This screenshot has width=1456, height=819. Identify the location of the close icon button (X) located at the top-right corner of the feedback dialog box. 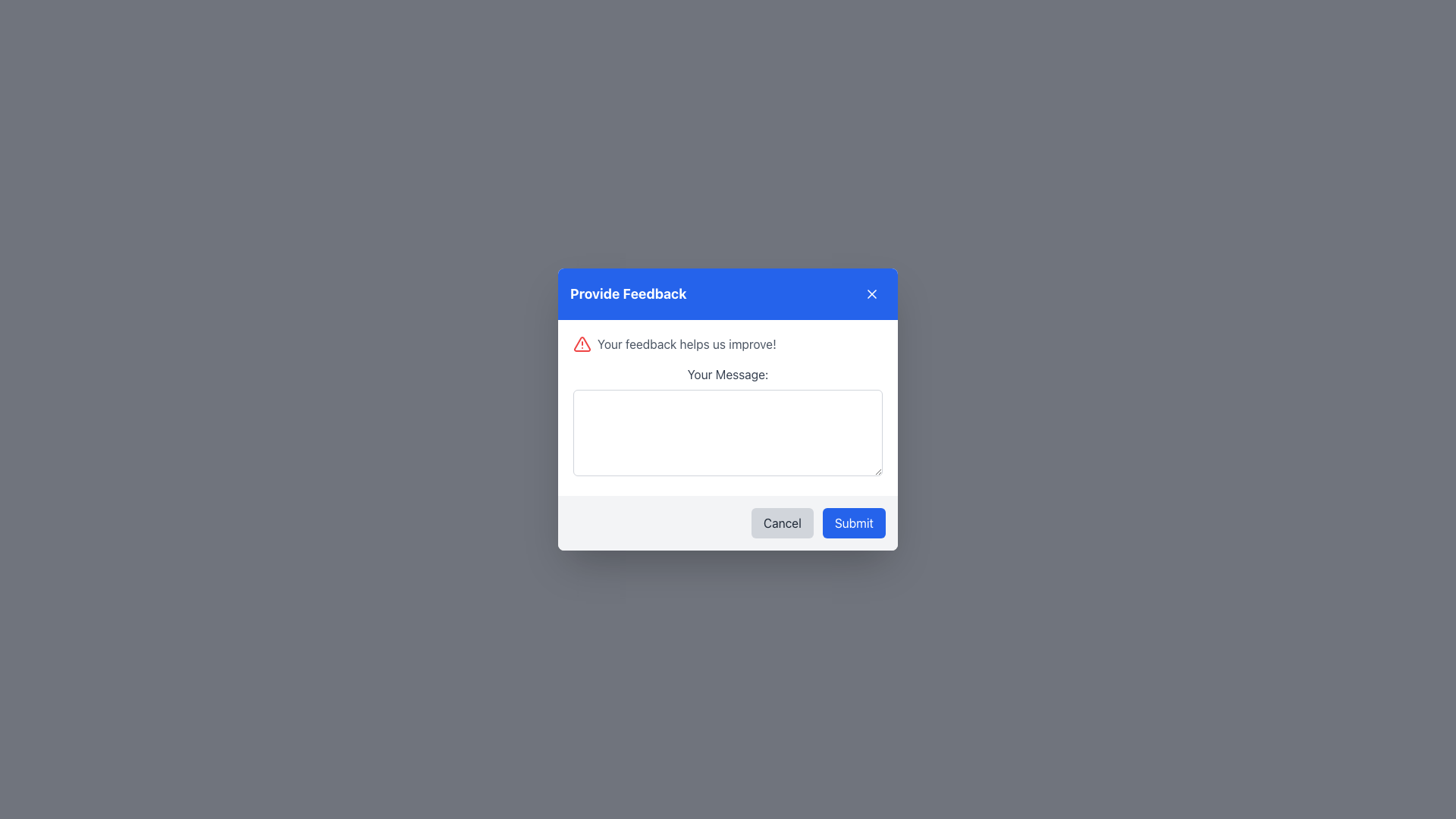
(872, 294).